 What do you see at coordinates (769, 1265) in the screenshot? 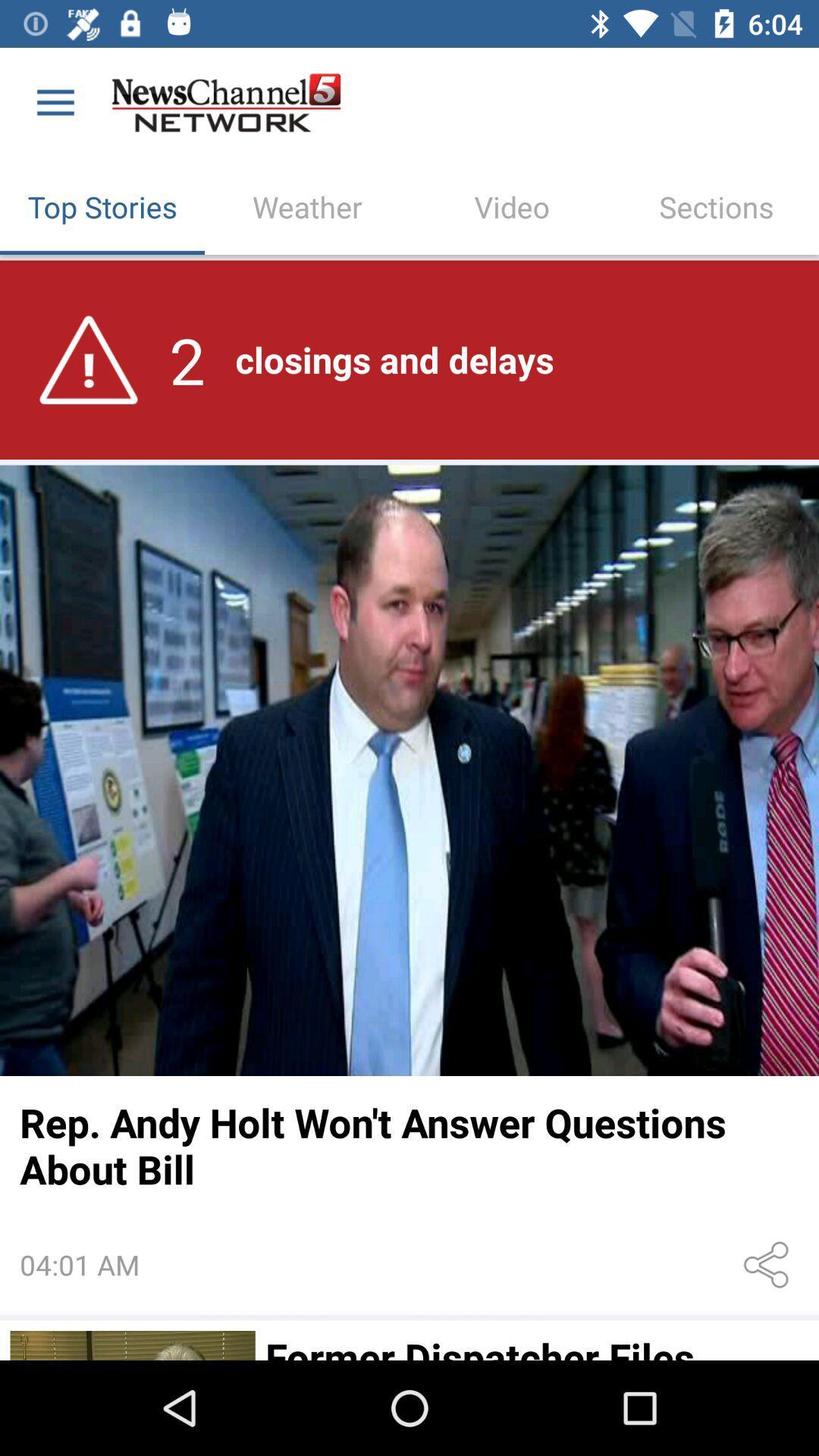
I see `the item below the rep andy holt item` at bounding box center [769, 1265].